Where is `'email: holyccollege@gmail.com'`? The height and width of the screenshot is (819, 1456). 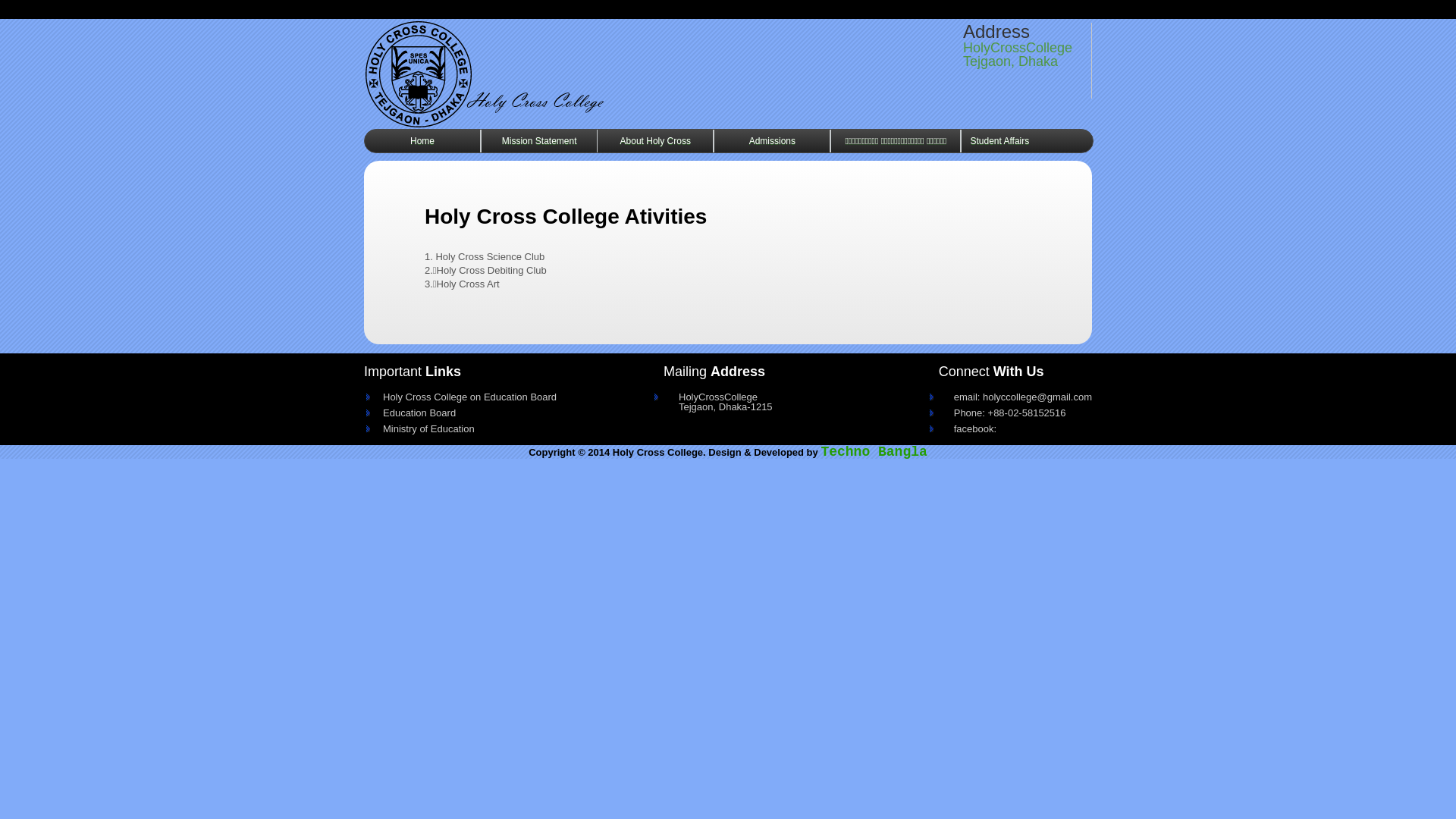
'email: holyccollege@gmail.com' is located at coordinates (938, 393).